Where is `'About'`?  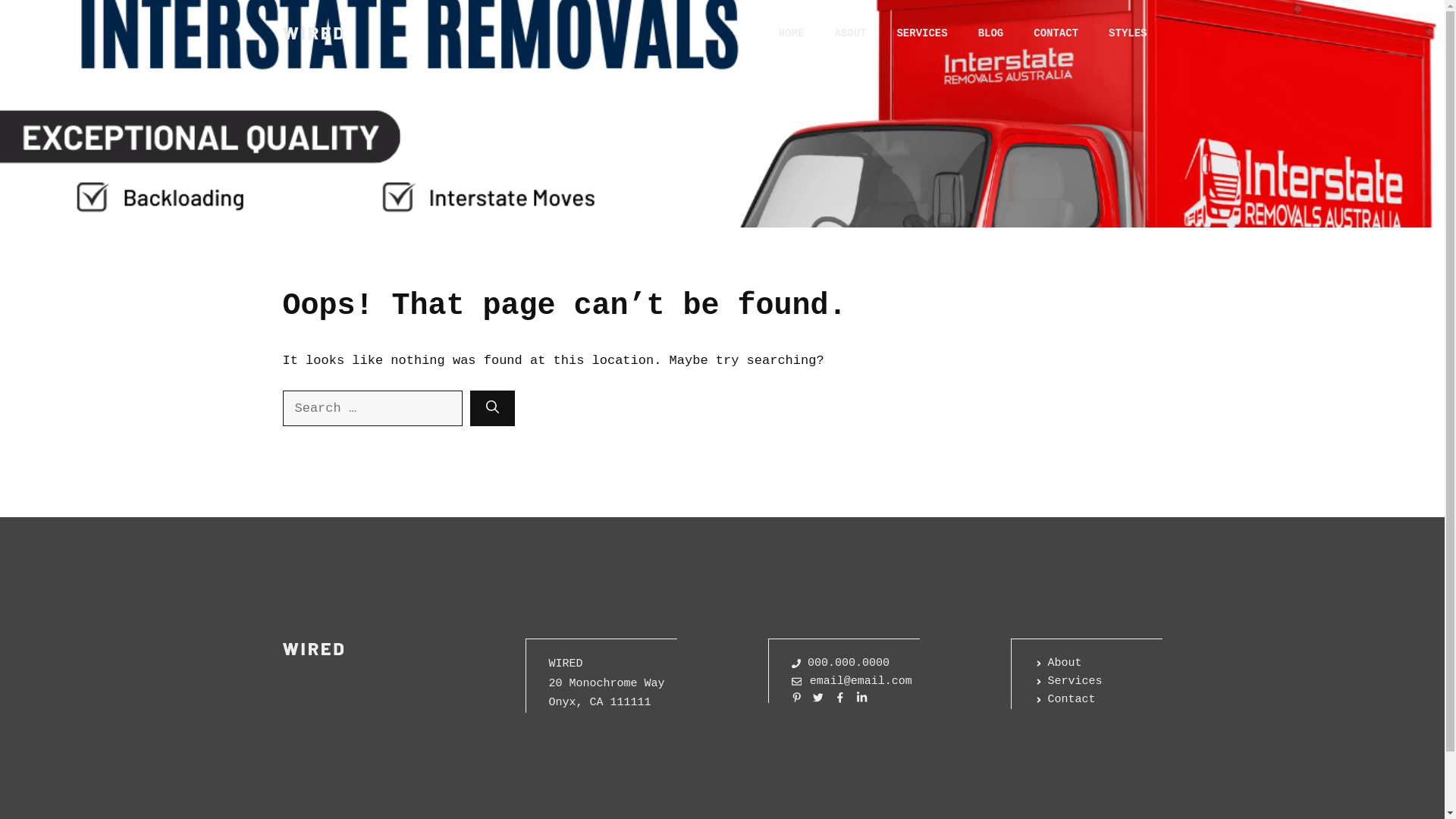 'About' is located at coordinates (1057, 663).